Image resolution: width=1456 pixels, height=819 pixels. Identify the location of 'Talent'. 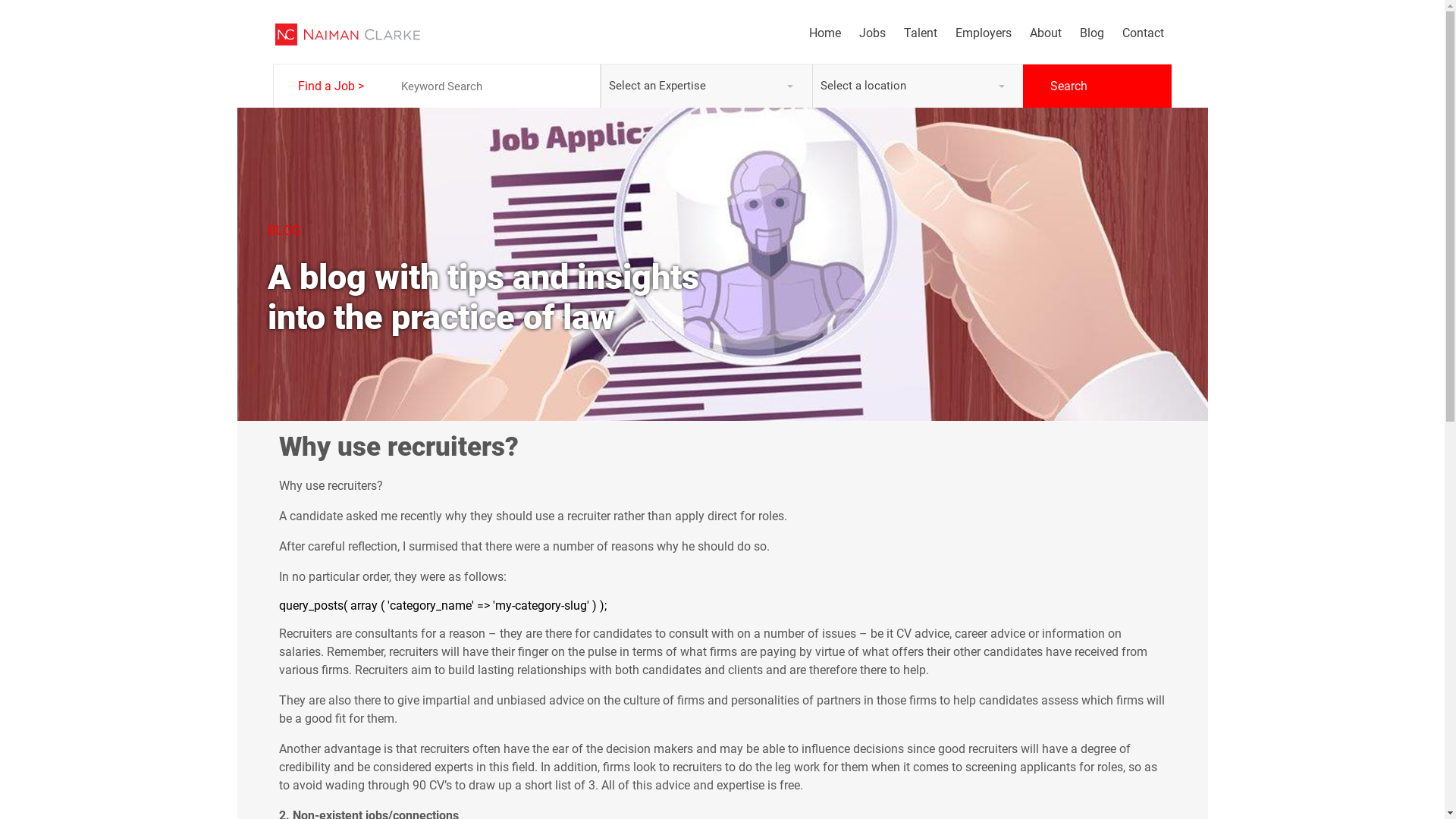
(910, 33).